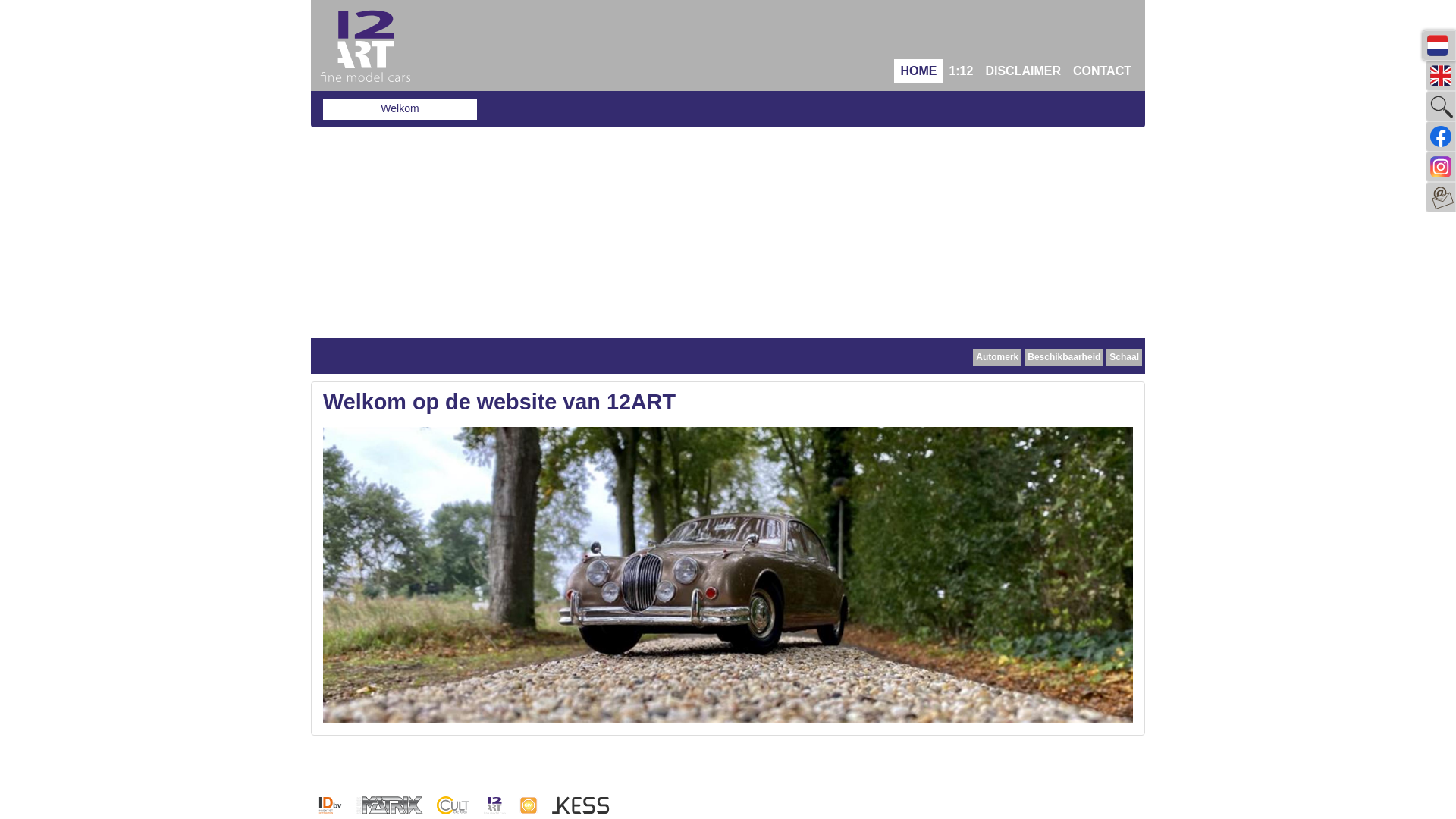 This screenshot has width=1456, height=819. Describe the element at coordinates (1022, 71) in the screenshot. I see `'DISCLAIMER'` at that location.